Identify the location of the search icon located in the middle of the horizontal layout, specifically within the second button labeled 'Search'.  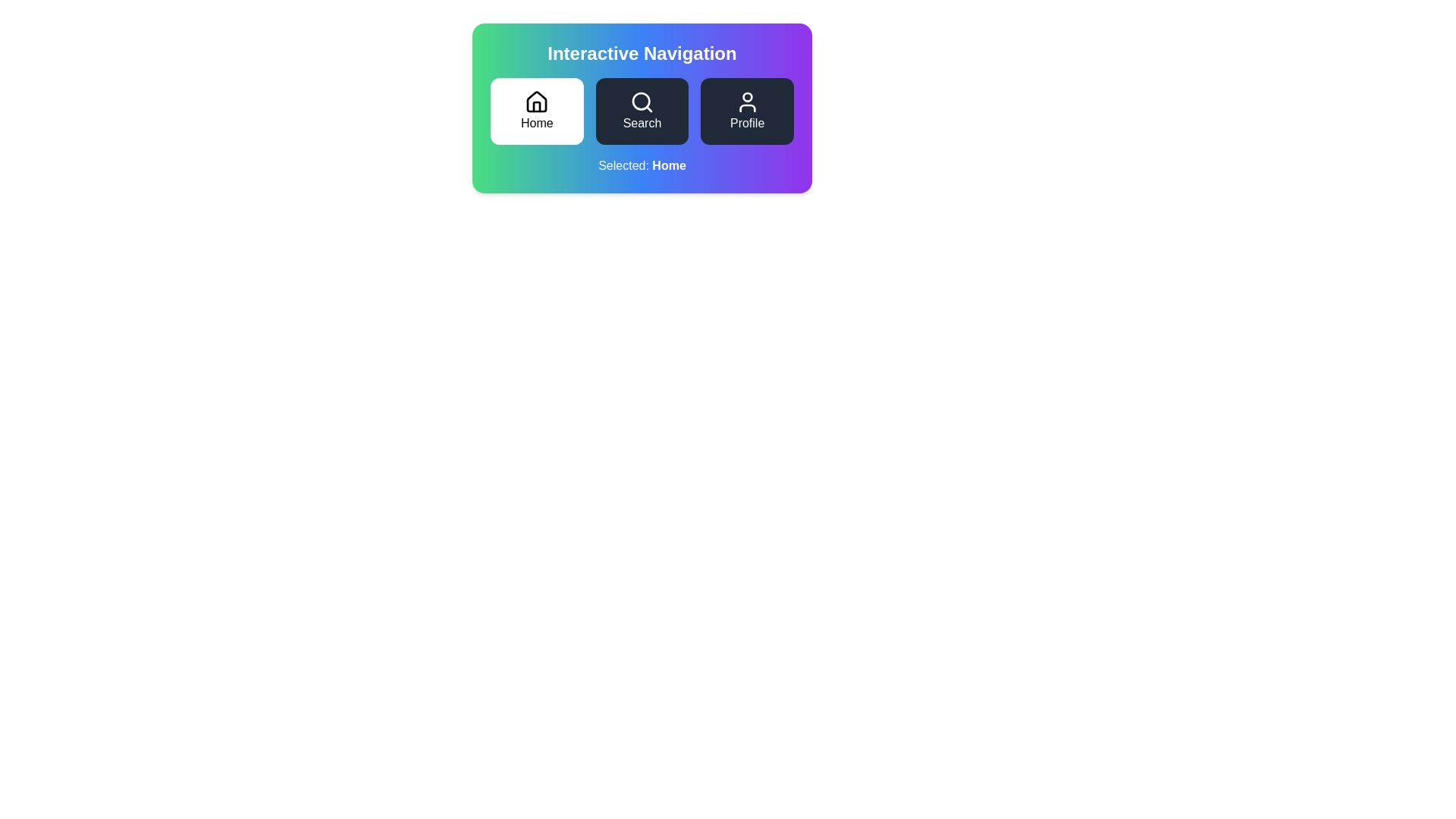
(642, 102).